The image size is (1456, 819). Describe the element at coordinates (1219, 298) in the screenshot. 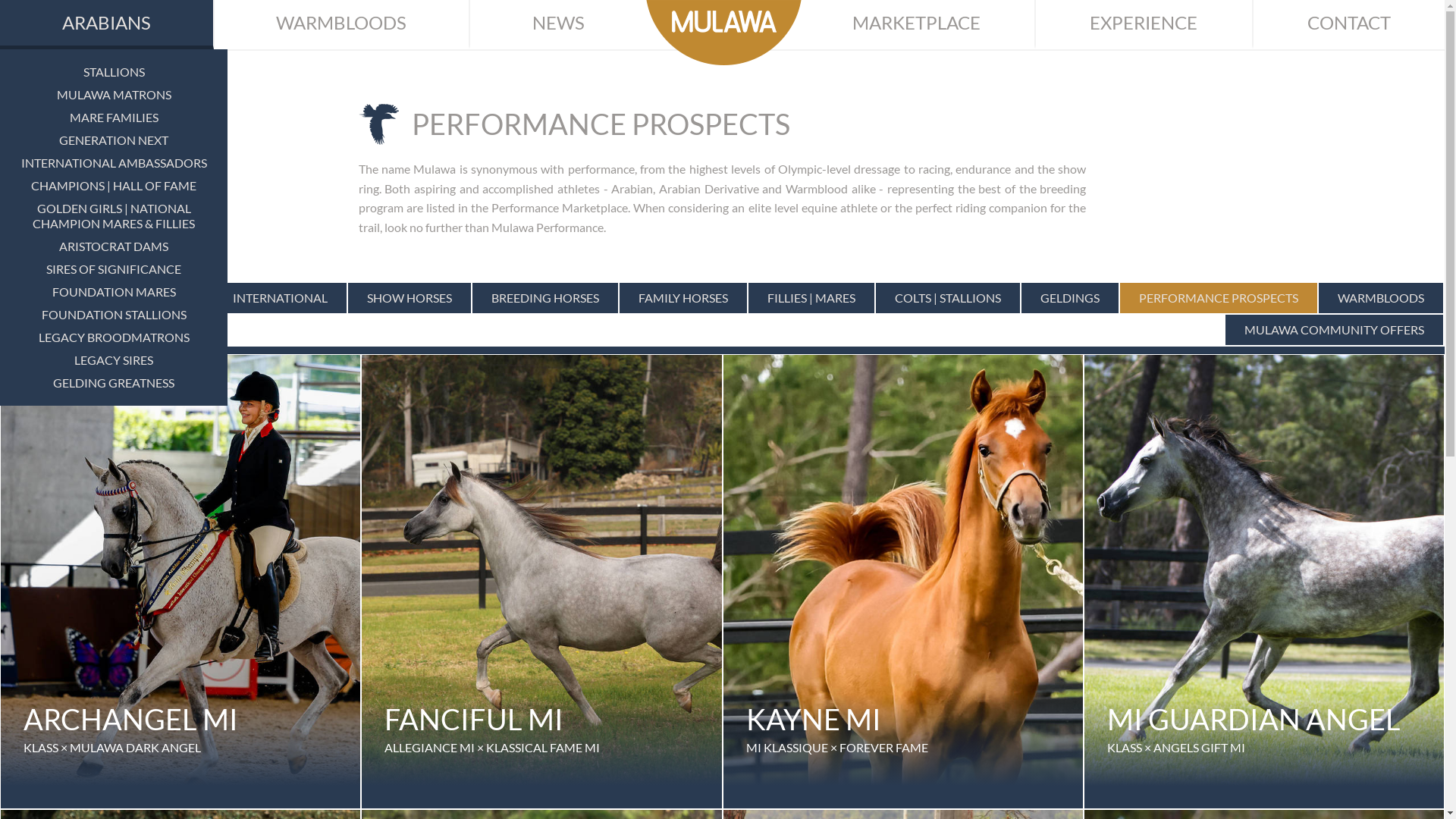

I see `'PERFORMANCE PROSPECTS'` at that location.